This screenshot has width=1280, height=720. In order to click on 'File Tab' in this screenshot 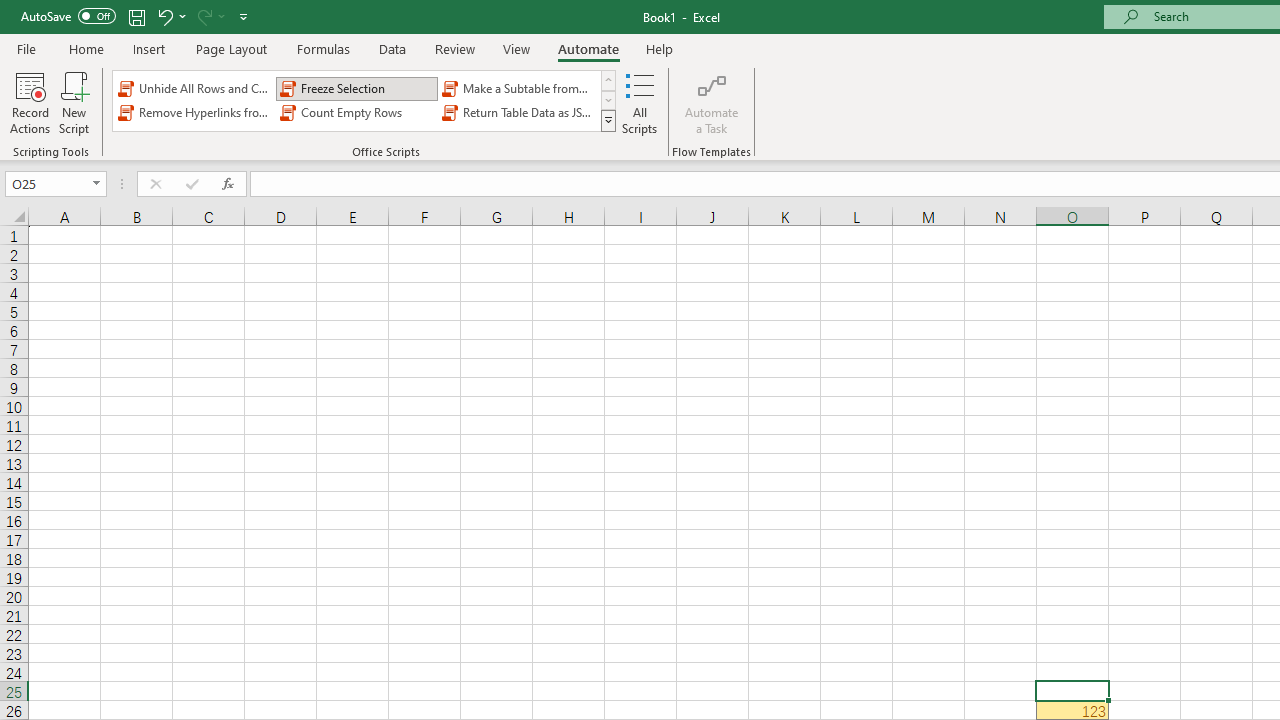, I will do `click(26, 47)`.